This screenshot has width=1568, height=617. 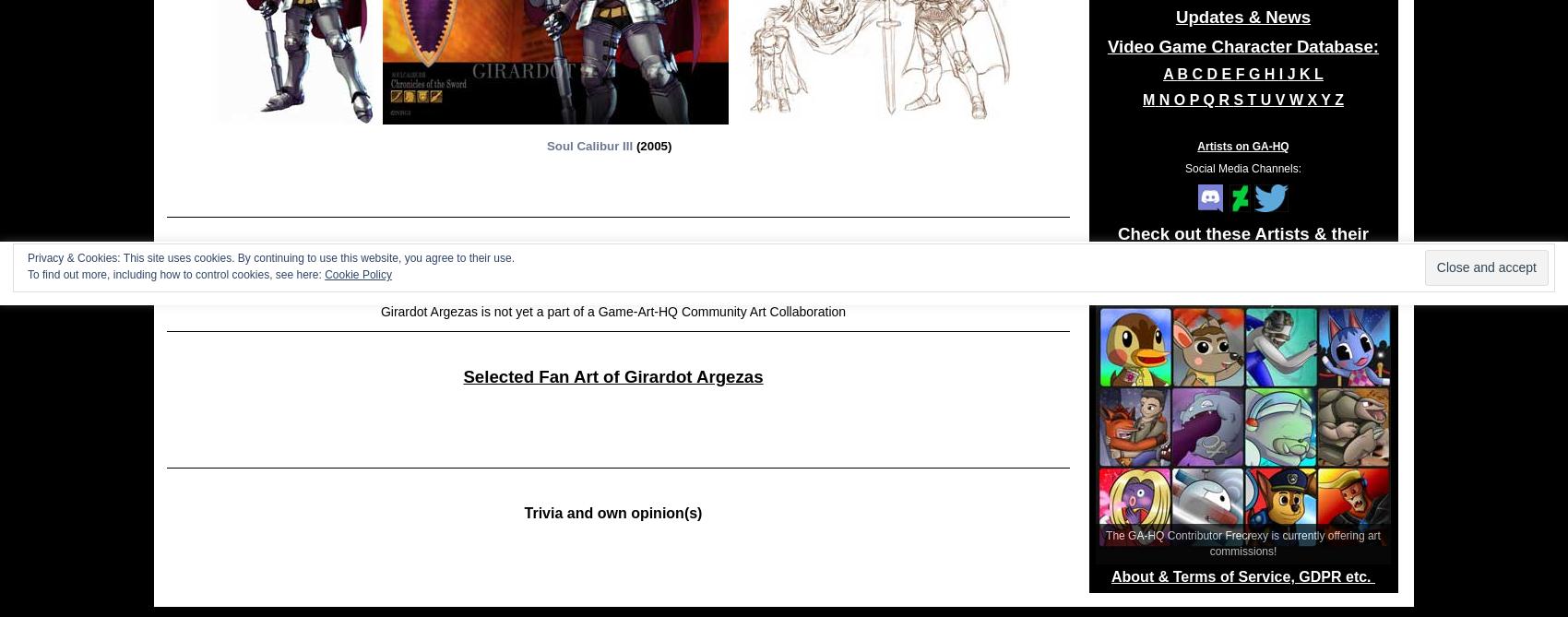 What do you see at coordinates (1305, 74) in the screenshot?
I see `'K'` at bounding box center [1305, 74].